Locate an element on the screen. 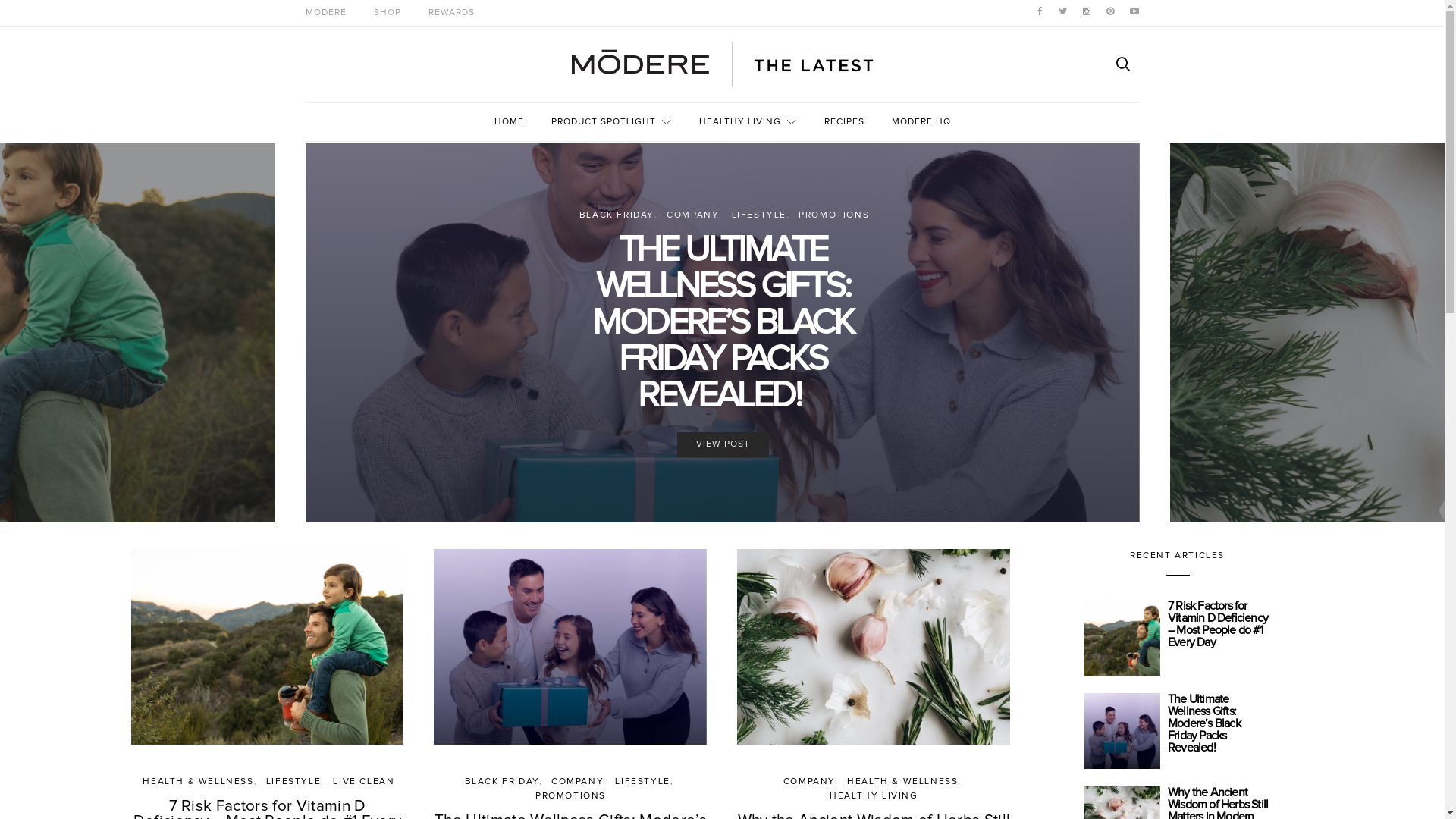  'LIVE CLEAN' is located at coordinates (362, 781).